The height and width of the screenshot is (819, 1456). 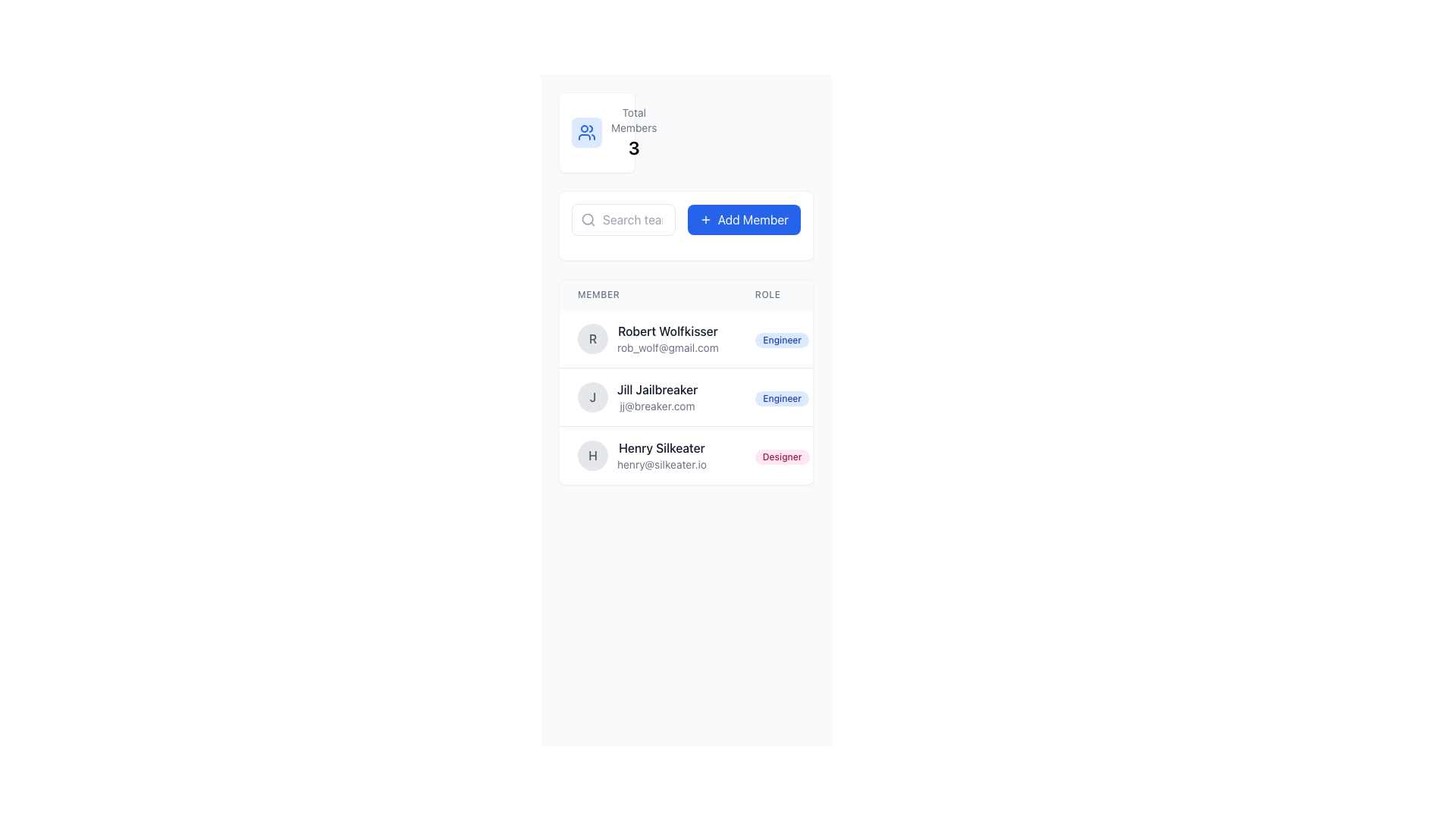 What do you see at coordinates (648, 454) in the screenshot?
I see `to select the Profile Information Row displaying 'Henry Silkeater' and the email 'henry@silkeater.io'` at bounding box center [648, 454].